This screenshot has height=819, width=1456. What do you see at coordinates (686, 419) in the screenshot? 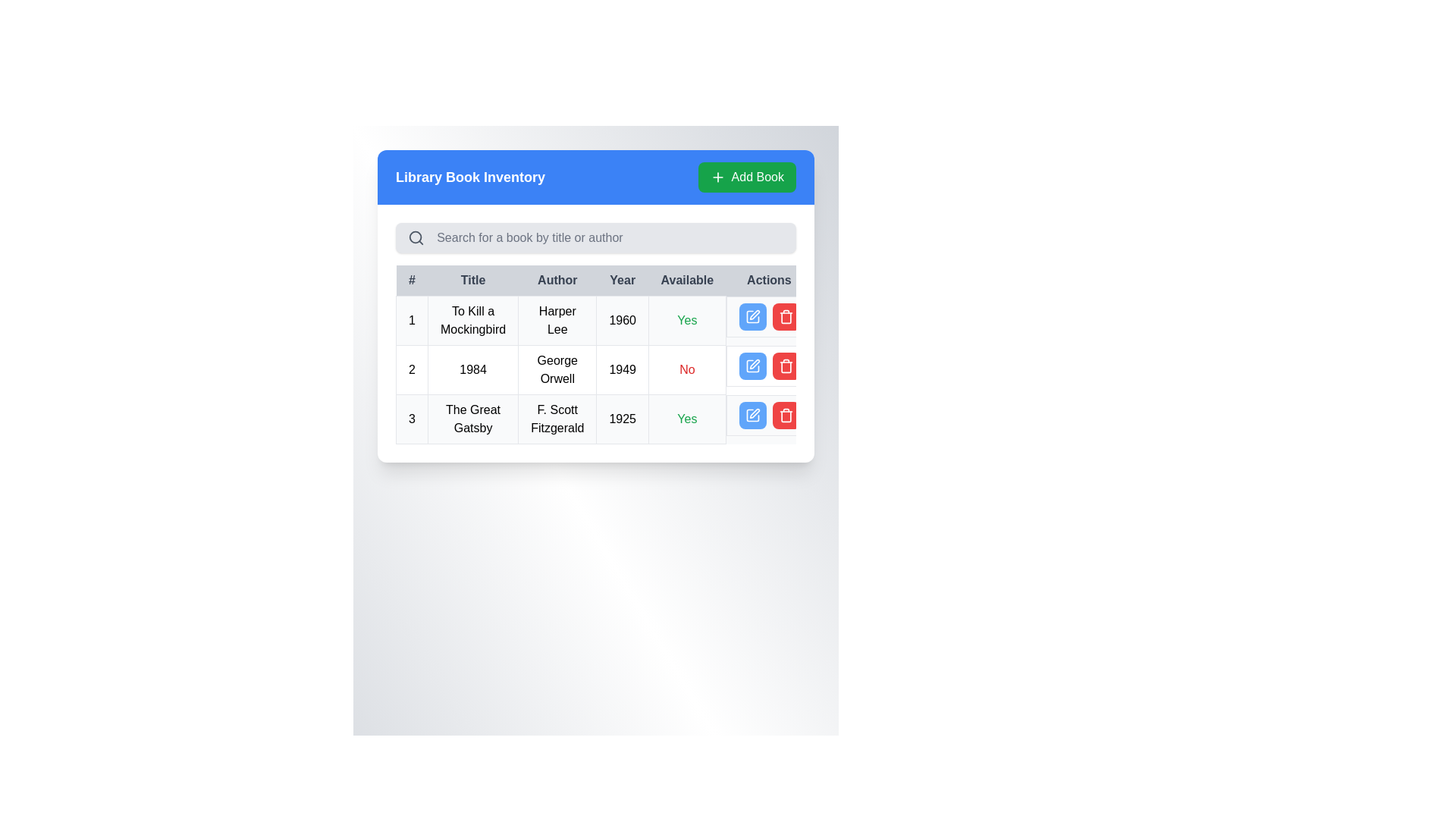
I see `availability status indicated by the text label for the book 'The Great Gatsby', located in the fifth column of the third row under the 'Available' header` at bounding box center [686, 419].